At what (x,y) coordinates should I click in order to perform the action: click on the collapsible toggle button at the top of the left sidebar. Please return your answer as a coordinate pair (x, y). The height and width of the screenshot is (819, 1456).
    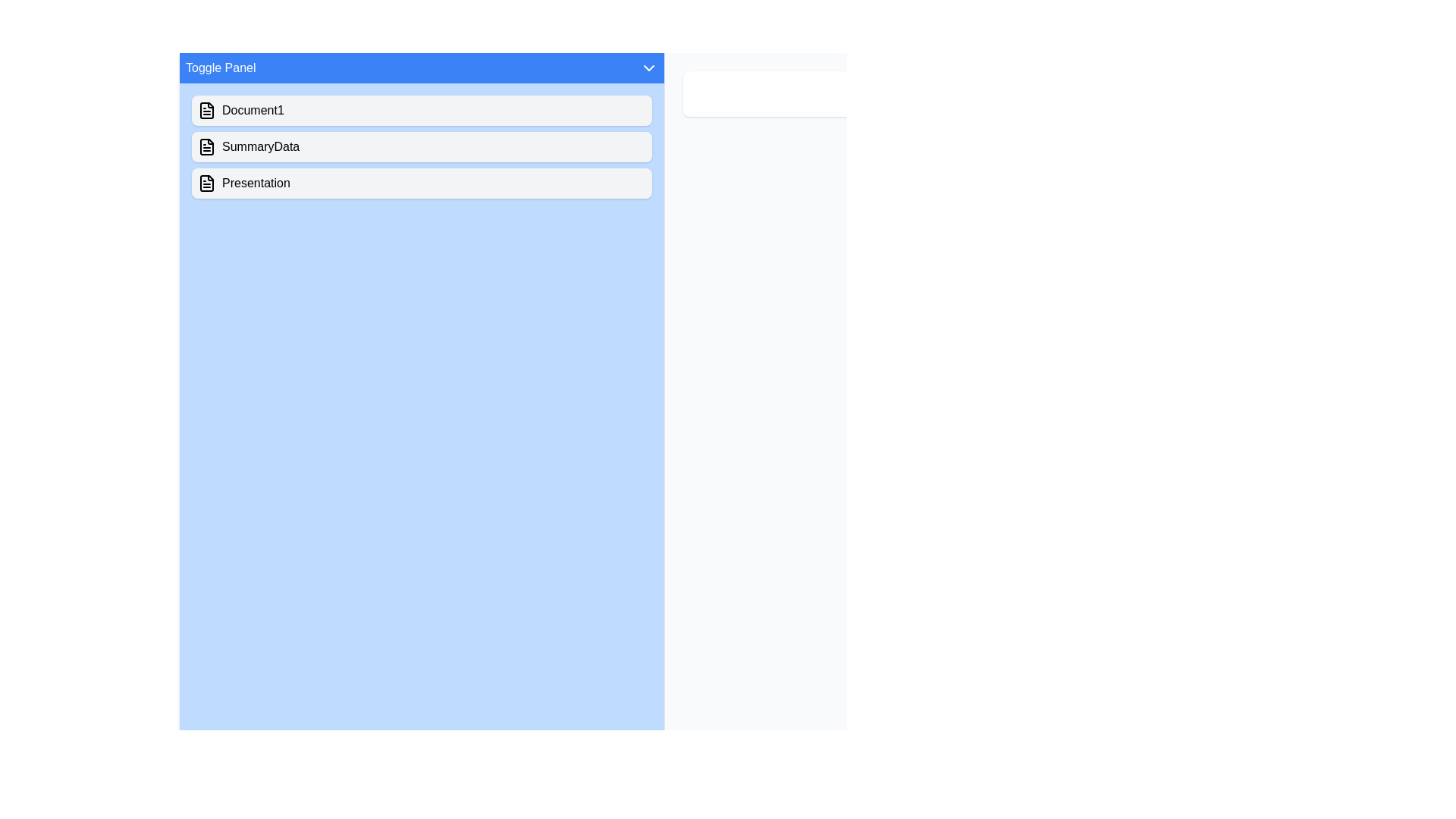
    Looking at the image, I should click on (422, 67).